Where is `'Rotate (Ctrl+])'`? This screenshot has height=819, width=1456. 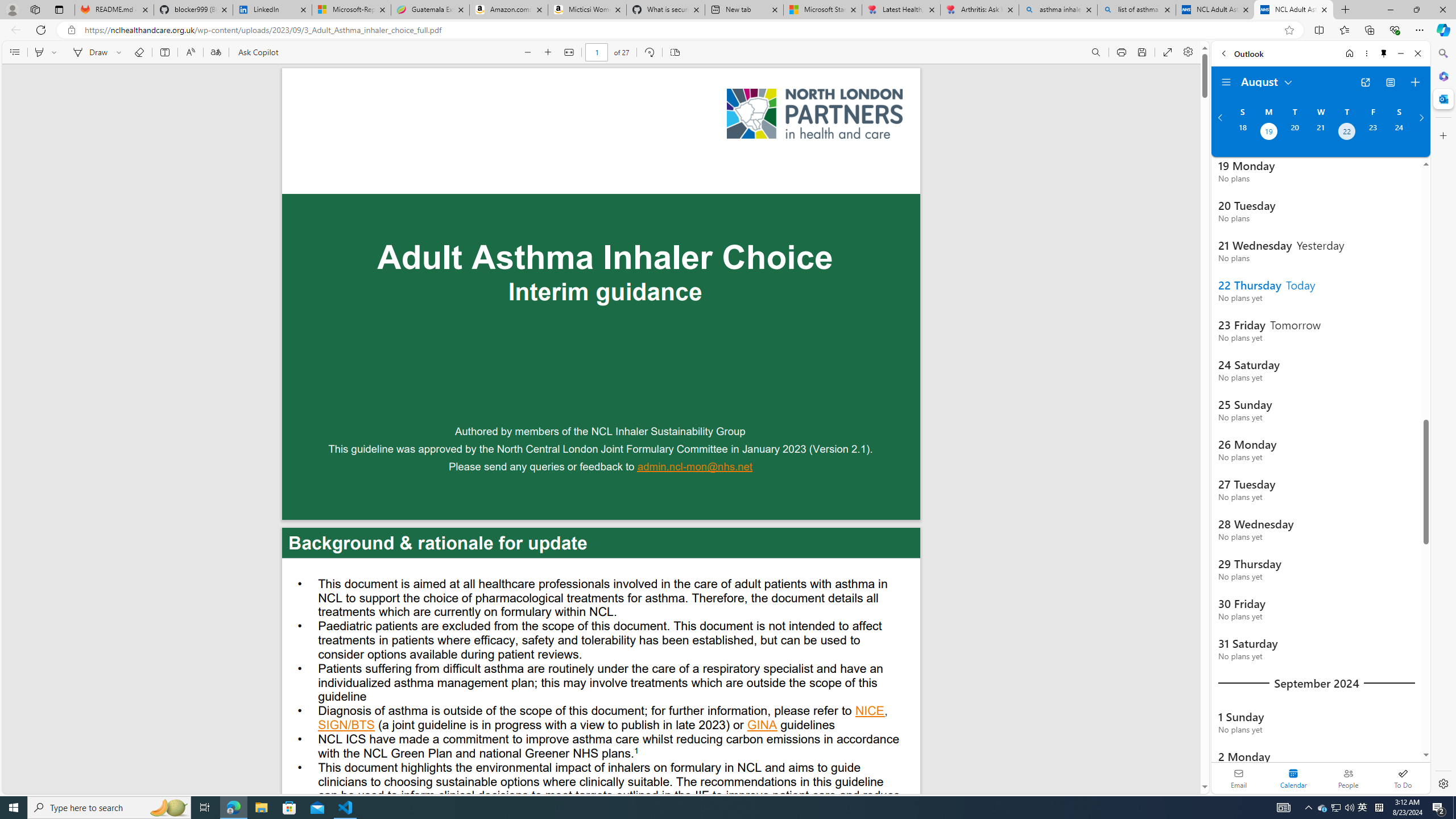 'Rotate (Ctrl+])' is located at coordinates (649, 52).